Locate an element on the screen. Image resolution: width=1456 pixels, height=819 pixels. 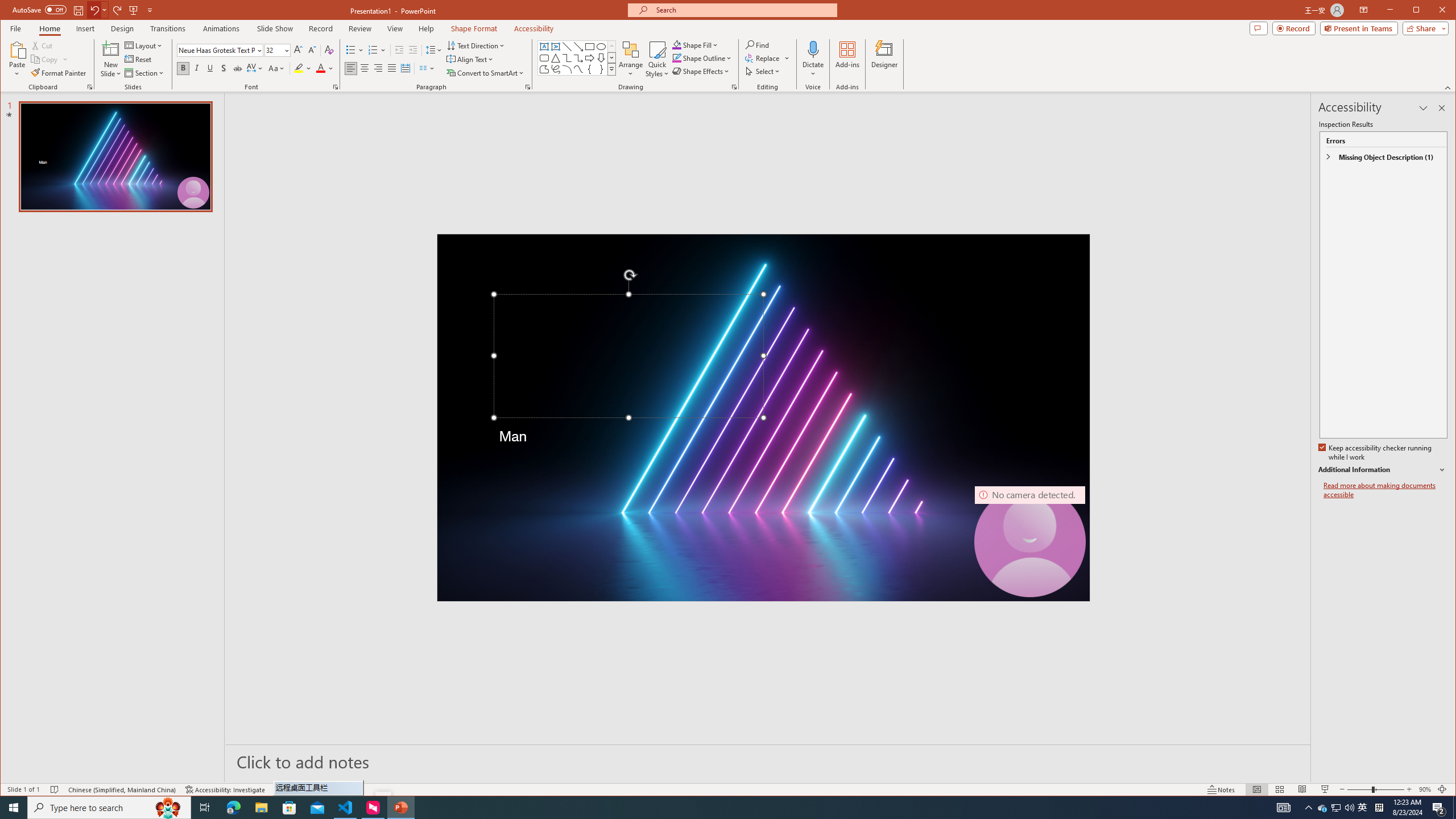
'Dictate' is located at coordinates (812, 48).